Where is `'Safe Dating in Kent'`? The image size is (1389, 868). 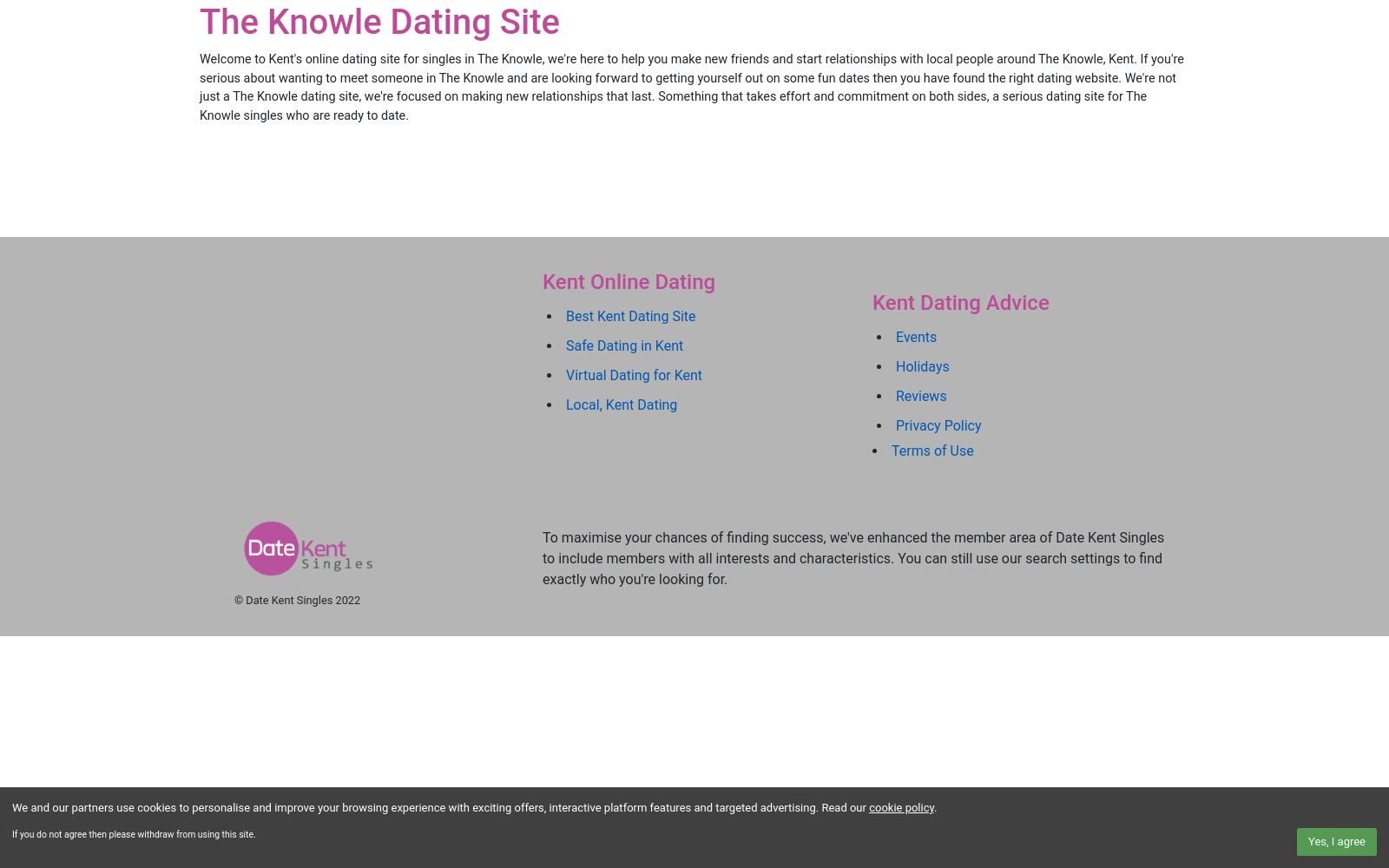 'Safe Dating in Kent' is located at coordinates (624, 345).